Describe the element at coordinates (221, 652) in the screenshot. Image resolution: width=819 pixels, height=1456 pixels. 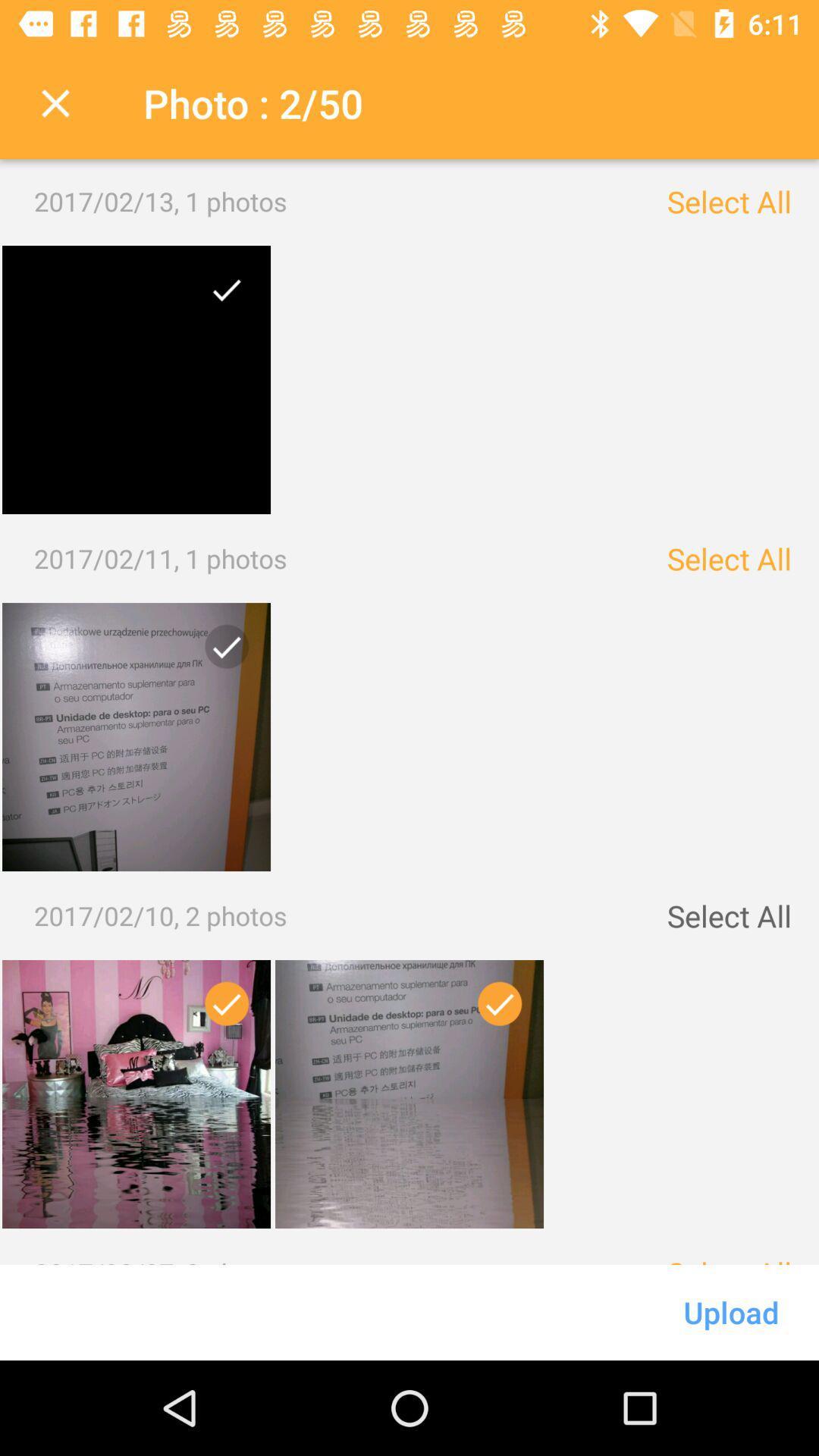
I see `the image in the 2 nd row` at that location.